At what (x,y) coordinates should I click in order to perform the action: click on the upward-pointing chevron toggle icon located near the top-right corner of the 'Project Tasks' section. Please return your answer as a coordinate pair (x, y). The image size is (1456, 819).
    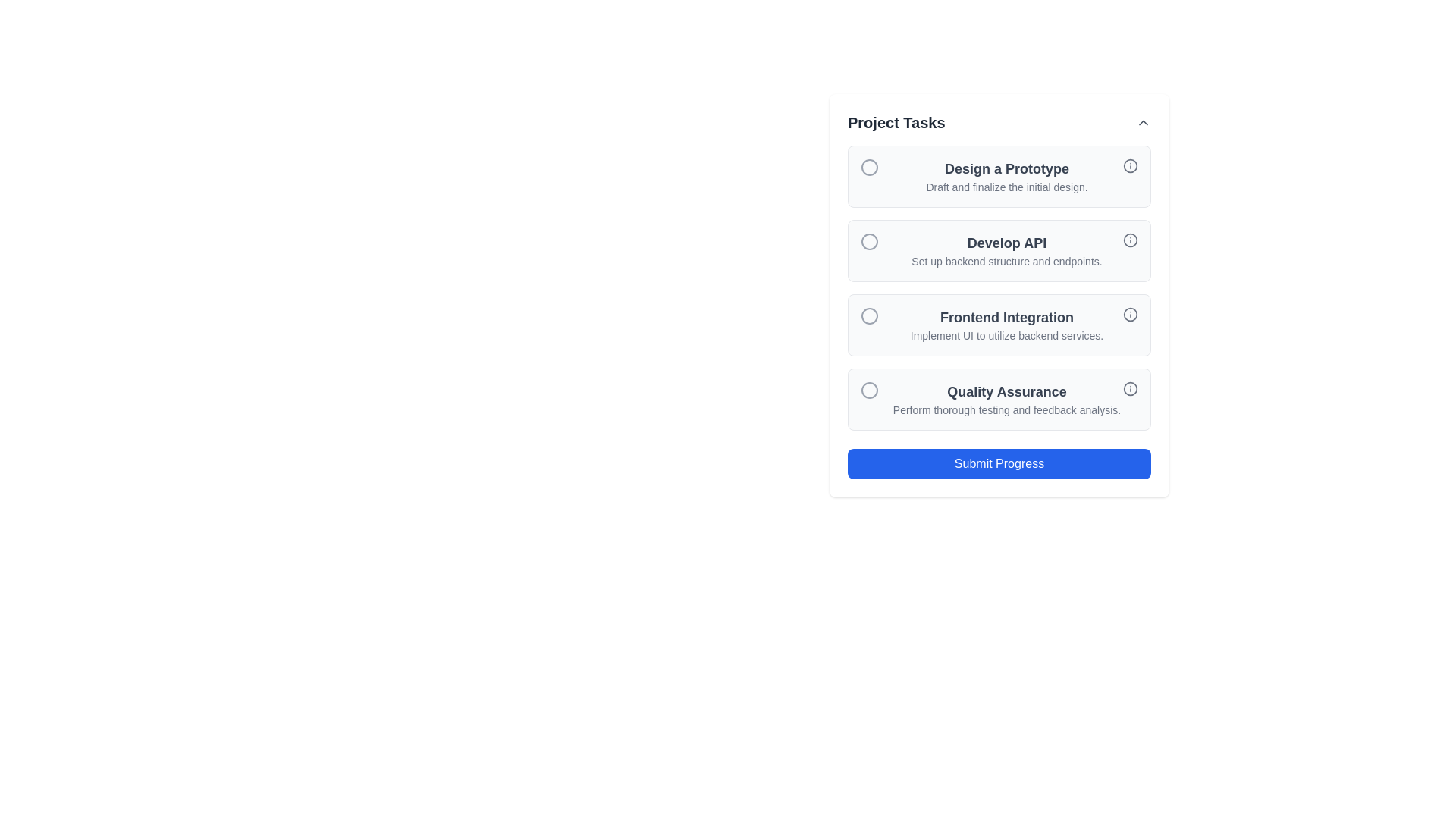
    Looking at the image, I should click on (1143, 122).